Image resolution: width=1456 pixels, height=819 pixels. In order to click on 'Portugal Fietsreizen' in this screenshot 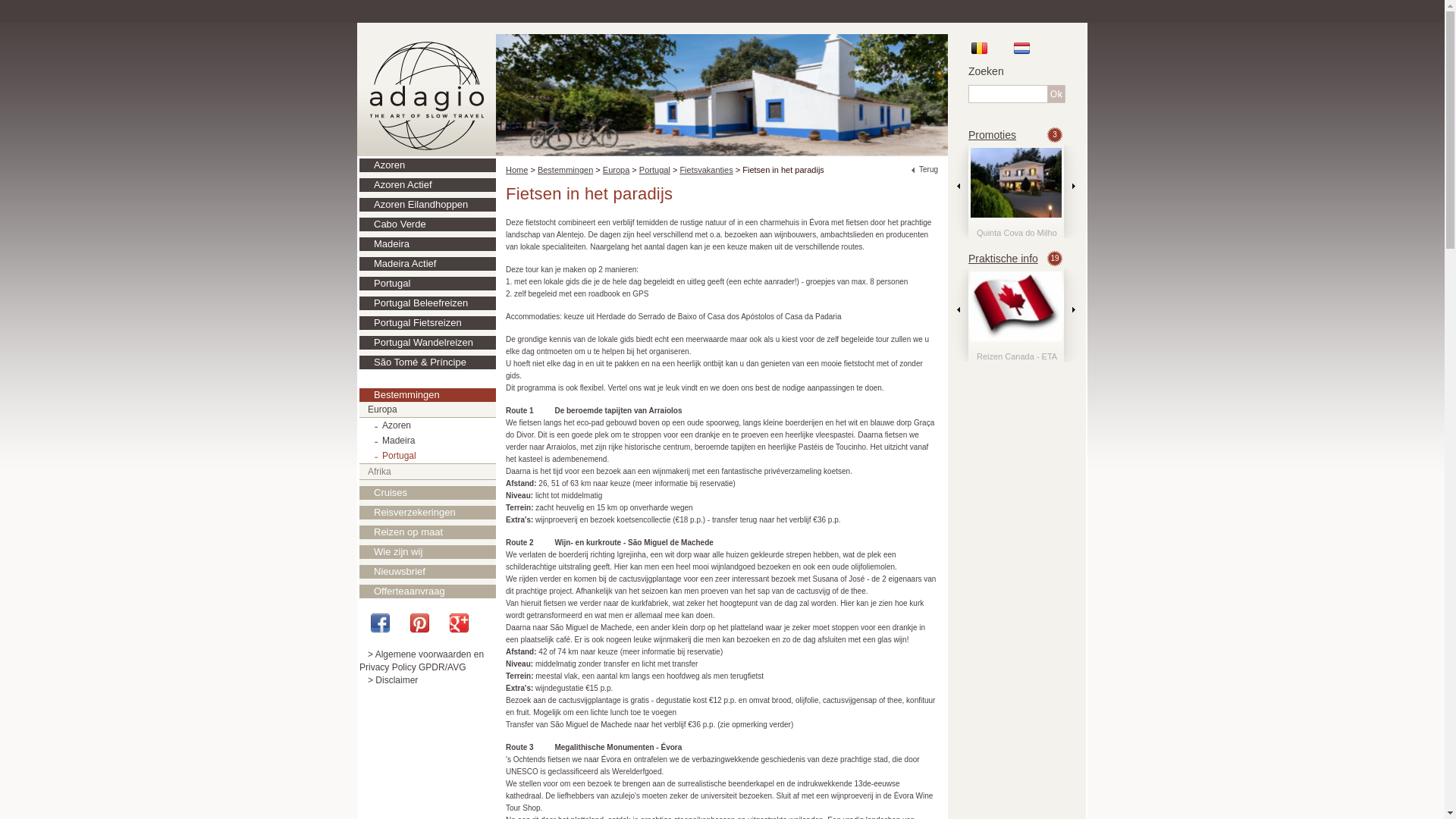, I will do `click(427, 322)`.